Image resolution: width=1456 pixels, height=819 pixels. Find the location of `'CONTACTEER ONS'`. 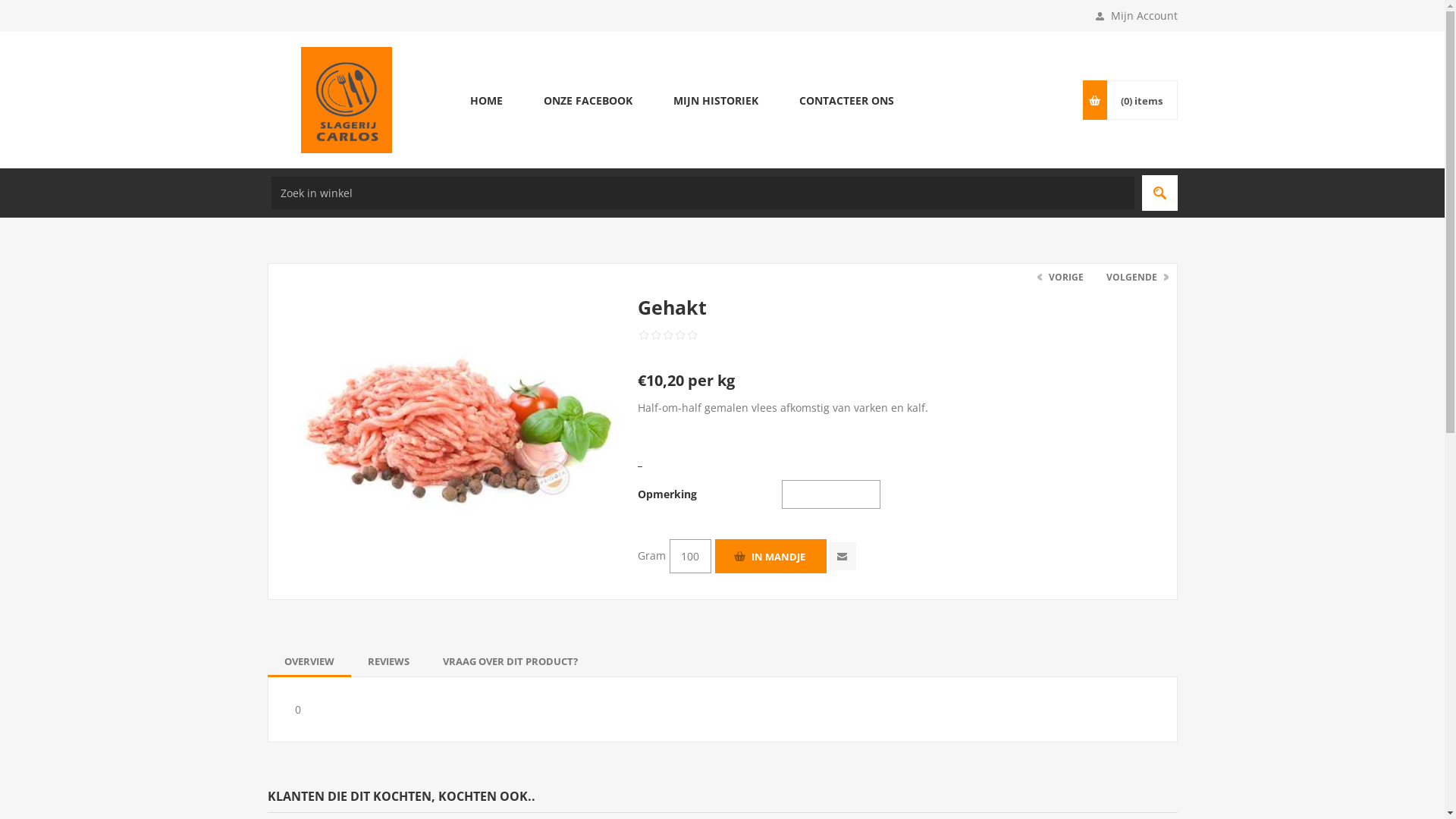

'CONTACTEER ONS' is located at coordinates (845, 100).